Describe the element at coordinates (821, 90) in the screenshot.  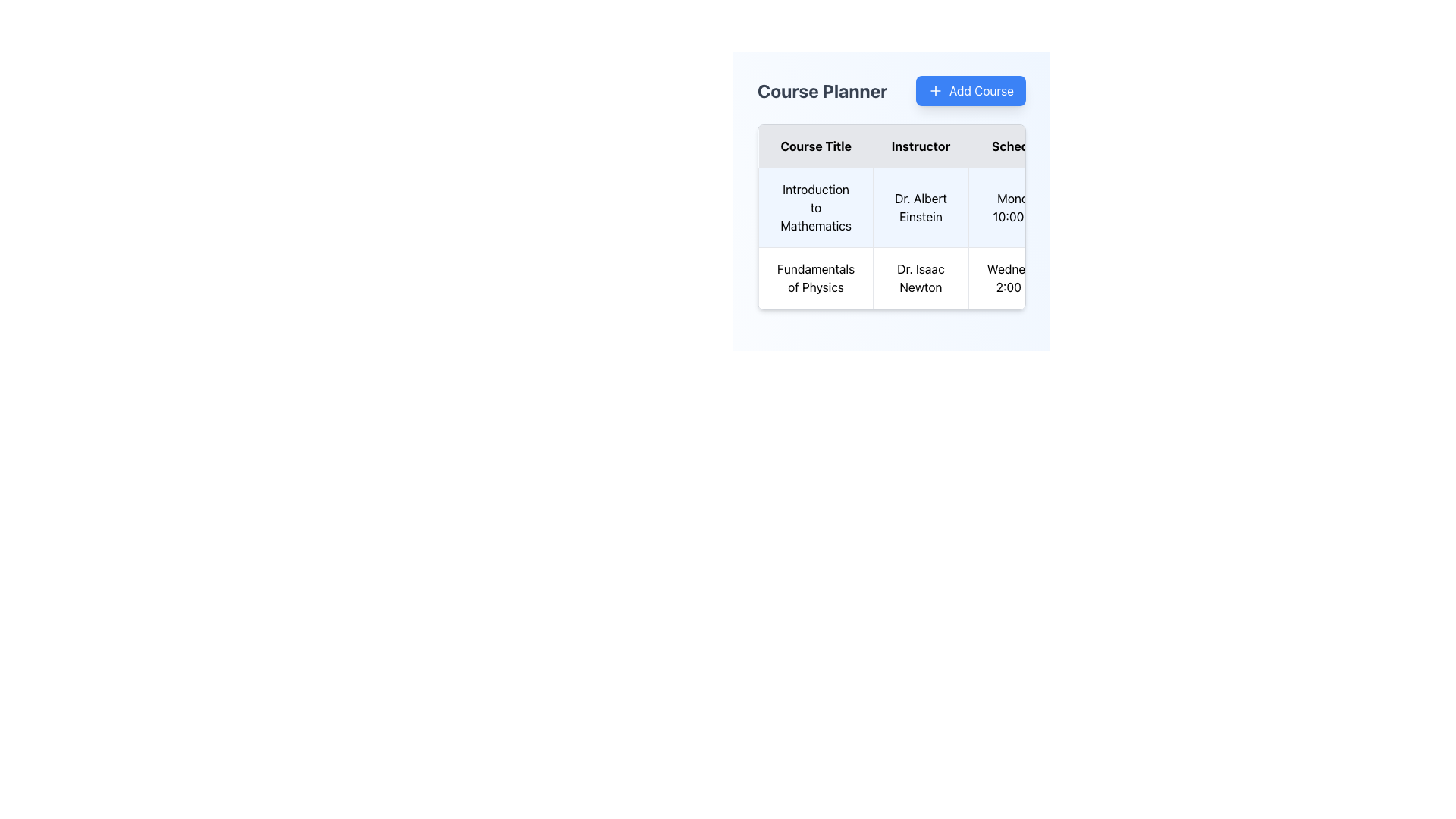
I see `the 'Course Planner' text label located on the left side of the header, which is styled in bold and large dark gray font` at that location.